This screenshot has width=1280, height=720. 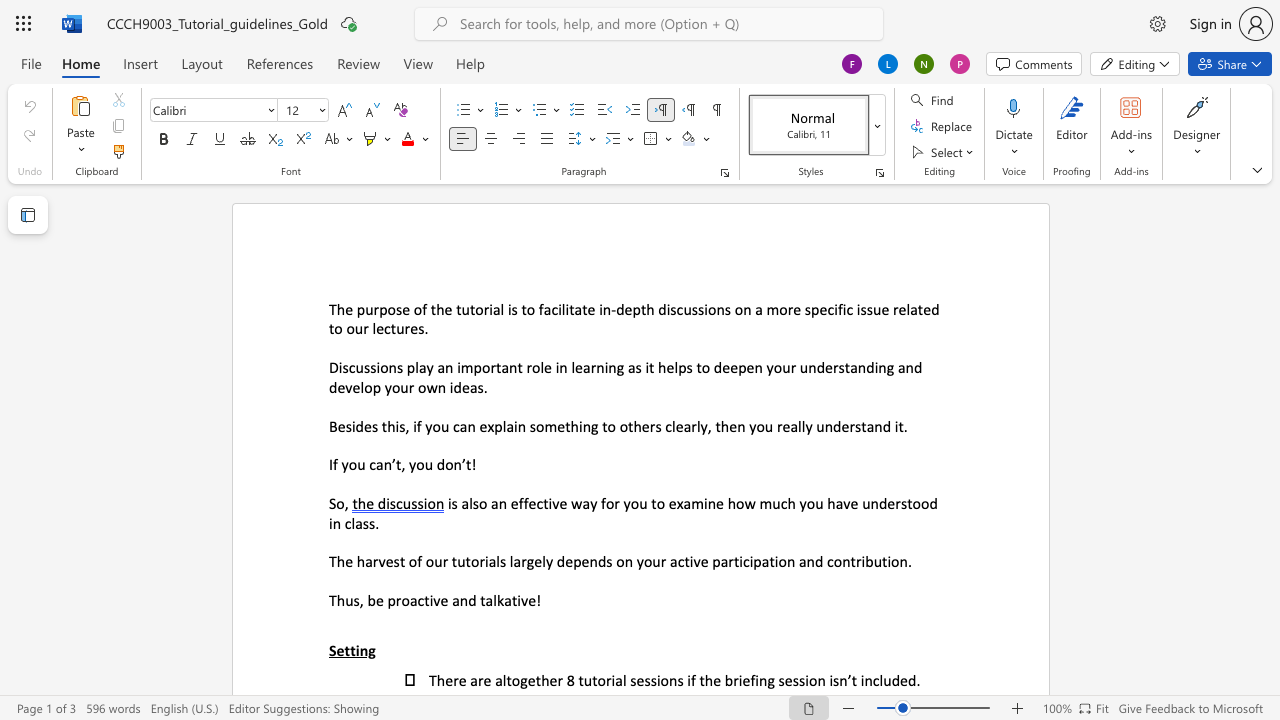 What do you see at coordinates (588, 561) in the screenshot?
I see `the space between the continuous character "e" and "n" in the text` at bounding box center [588, 561].